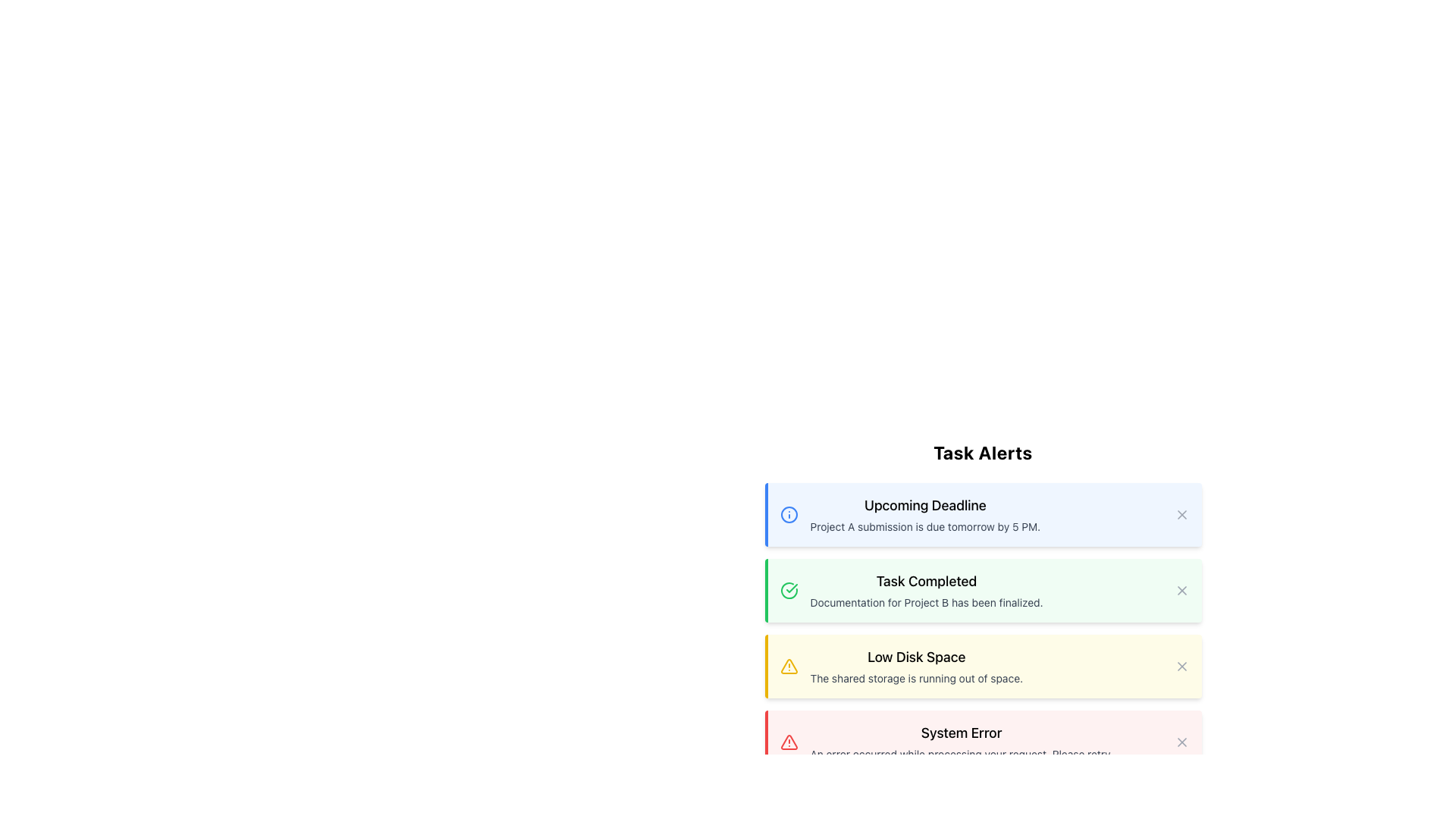  What do you see at coordinates (924, 526) in the screenshot?
I see `gray text stating 'Project A submission is due tomorrow by 5 PM.' located below the heading 'Upcoming Deadline' in the blue notification card` at bounding box center [924, 526].